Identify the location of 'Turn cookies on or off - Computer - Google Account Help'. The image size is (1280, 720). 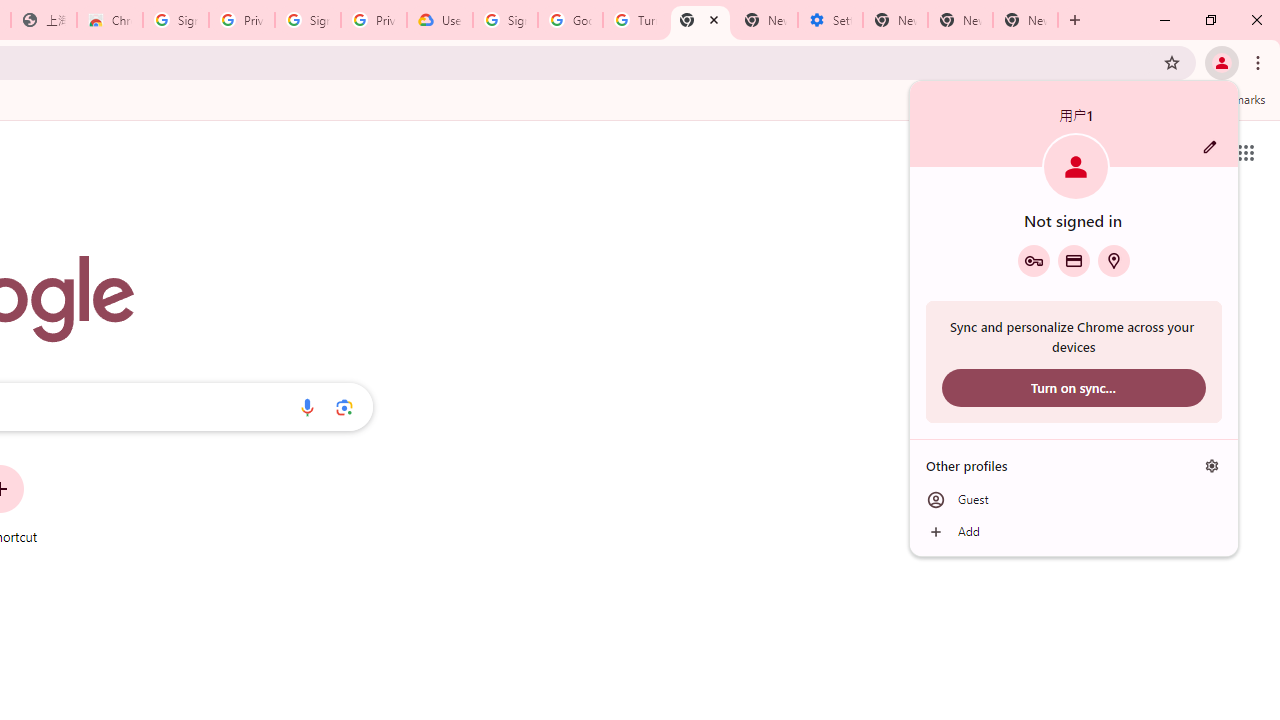
(634, 20).